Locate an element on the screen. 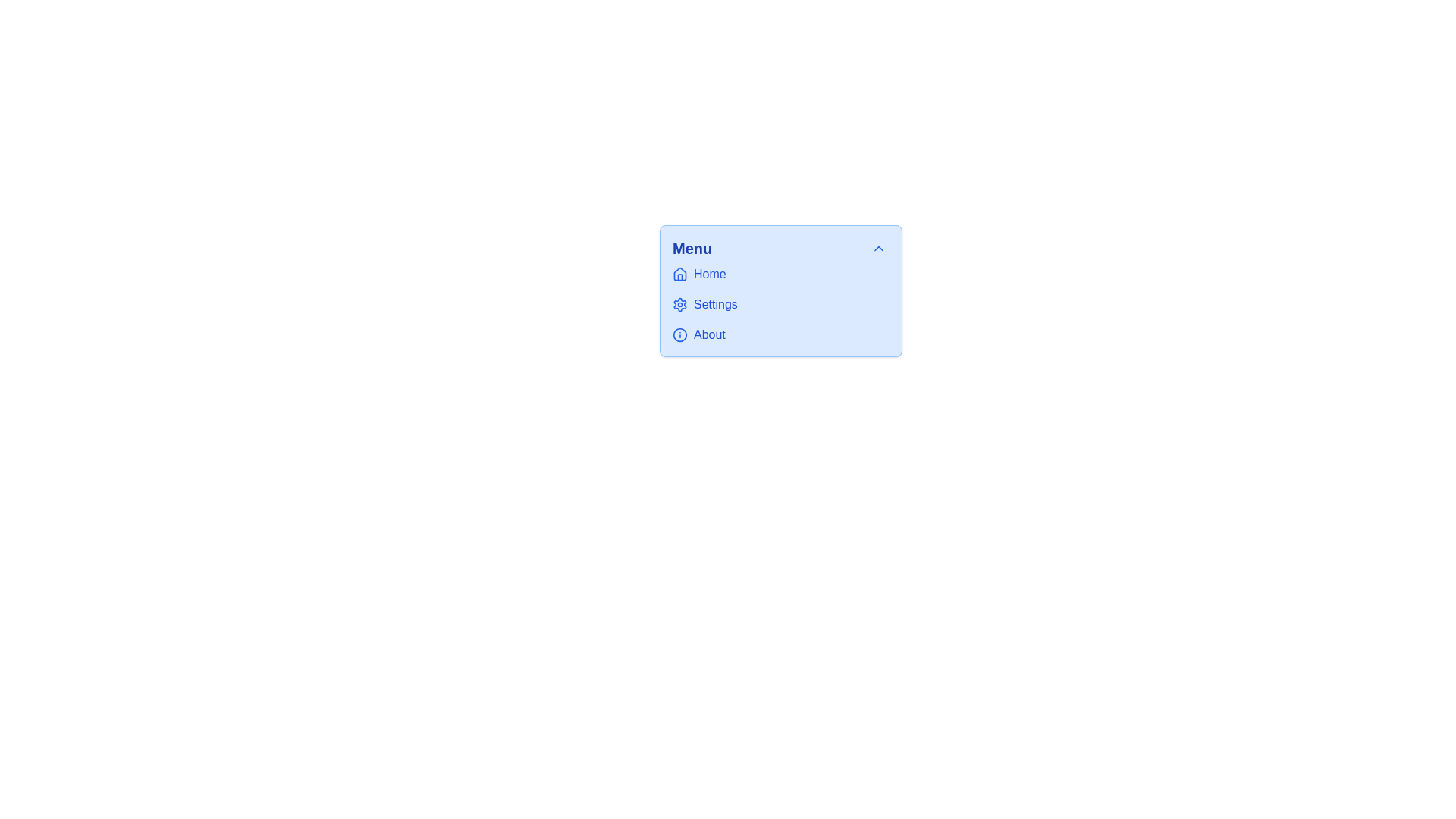 This screenshot has width=1456, height=819. the decorative SVG graphical element (circle) indicating an 'info' concept located within the 'About' menu option is located at coordinates (679, 334).